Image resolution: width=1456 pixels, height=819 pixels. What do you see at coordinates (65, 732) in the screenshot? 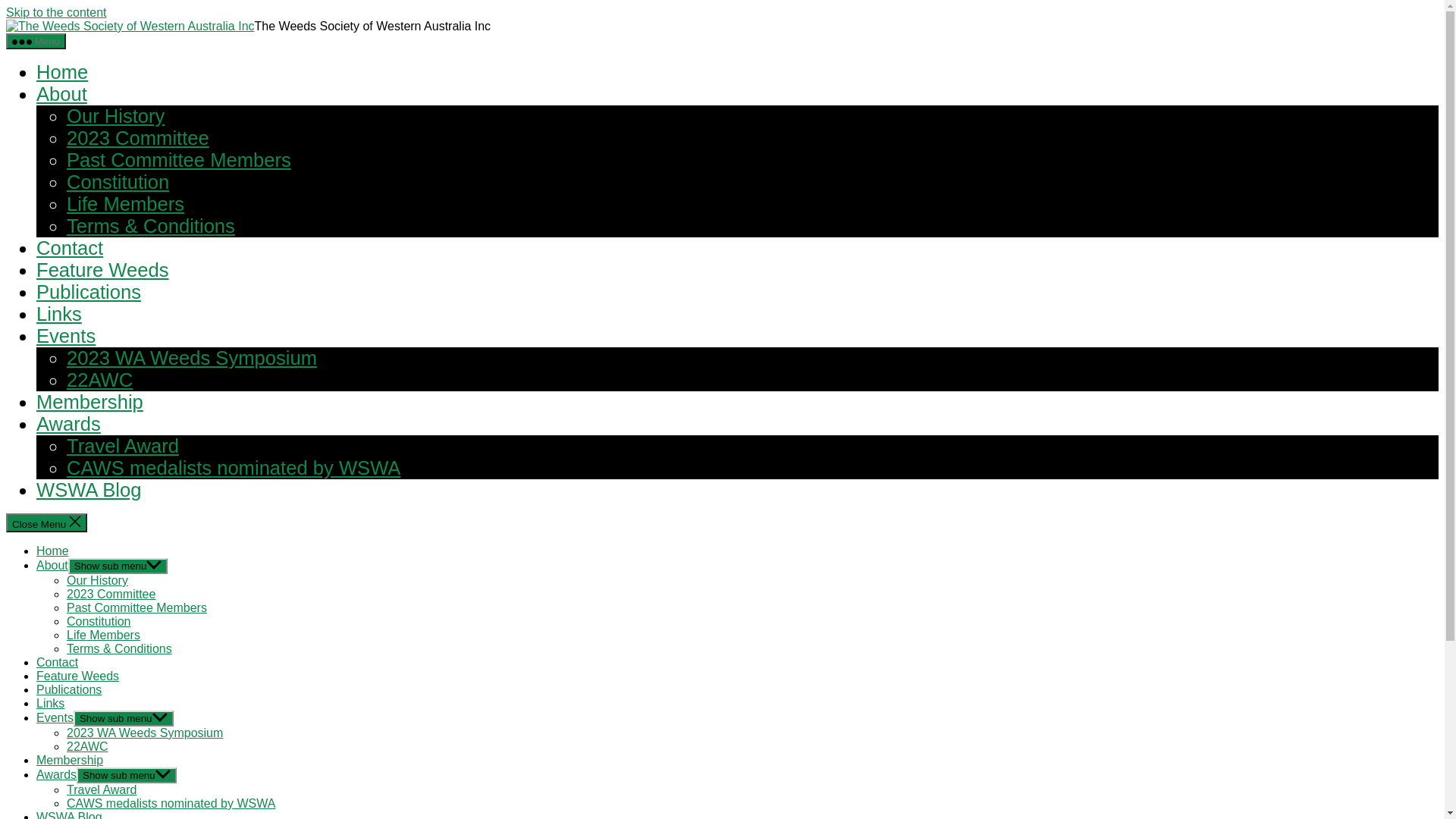
I see `'2023 WA Weeds Symposium'` at bounding box center [65, 732].